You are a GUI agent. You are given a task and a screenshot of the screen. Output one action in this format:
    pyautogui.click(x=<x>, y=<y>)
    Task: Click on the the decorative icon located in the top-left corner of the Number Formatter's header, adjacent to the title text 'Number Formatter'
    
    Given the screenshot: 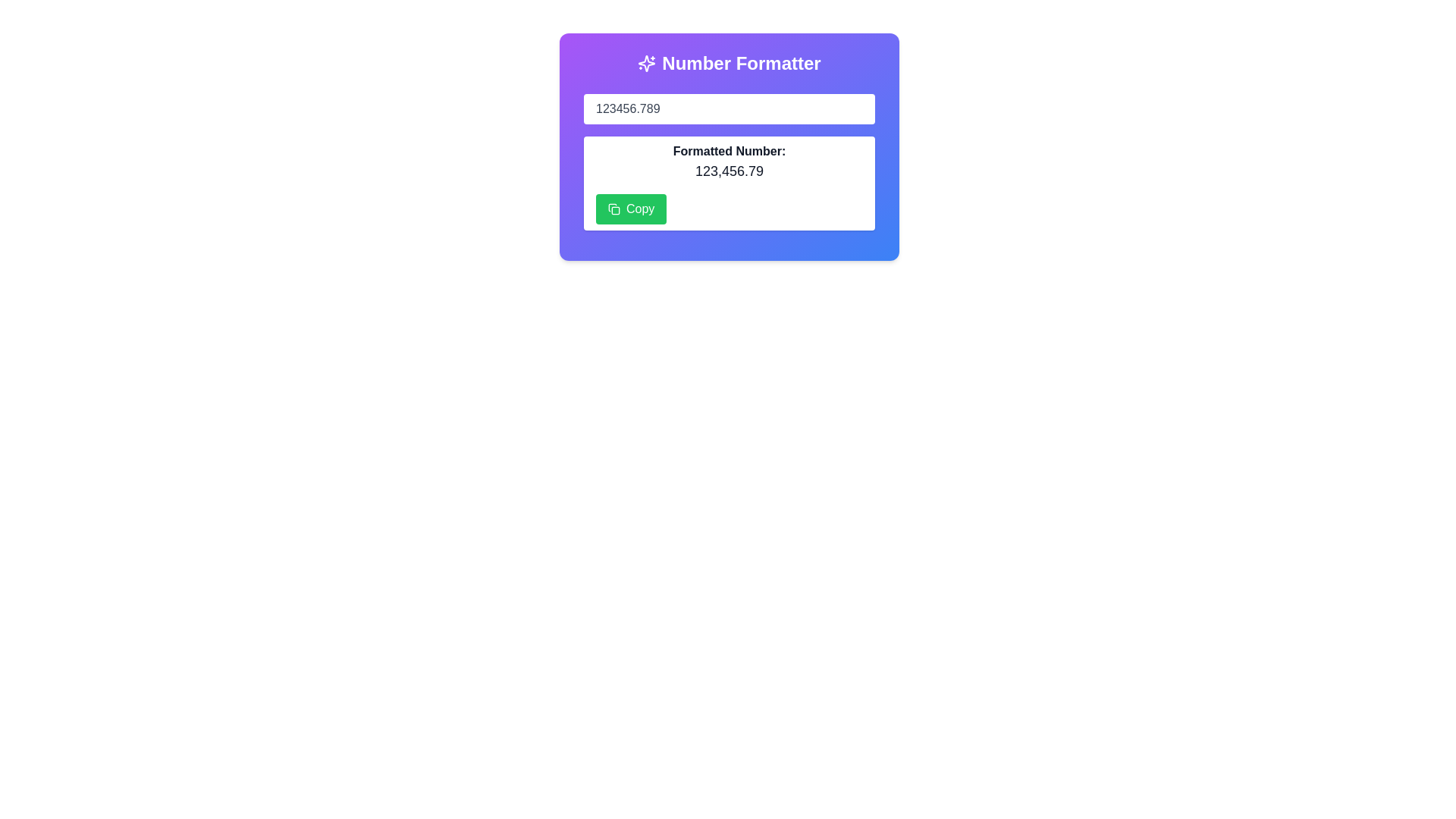 What is the action you would take?
    pyautogui.click(x=647, y=63)
    